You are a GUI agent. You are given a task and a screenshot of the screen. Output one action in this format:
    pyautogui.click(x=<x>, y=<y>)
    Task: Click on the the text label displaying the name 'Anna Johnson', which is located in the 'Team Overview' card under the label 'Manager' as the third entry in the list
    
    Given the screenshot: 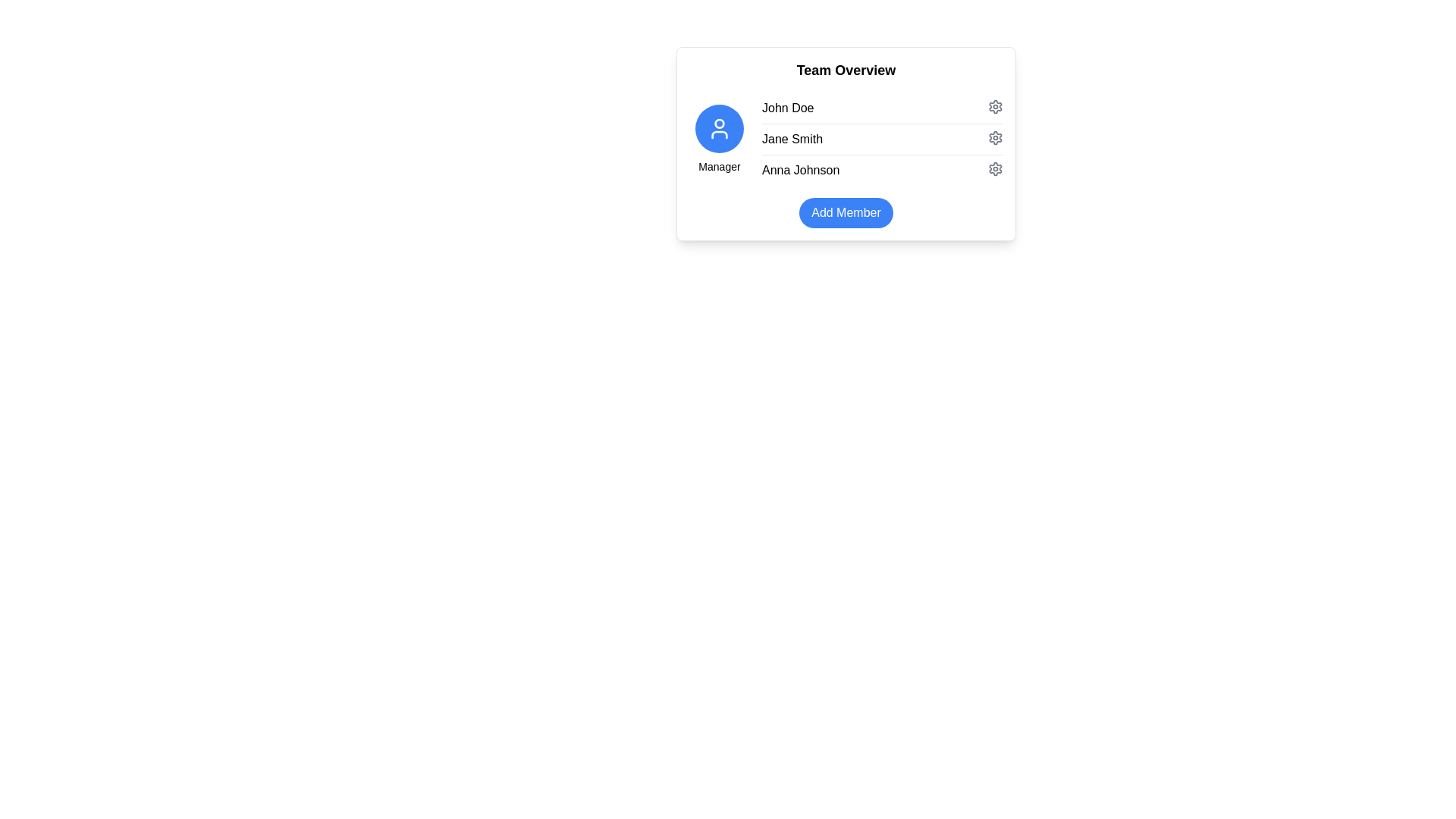 What is the action you would take?
    pyautogui.click(x=800, y=170)
    